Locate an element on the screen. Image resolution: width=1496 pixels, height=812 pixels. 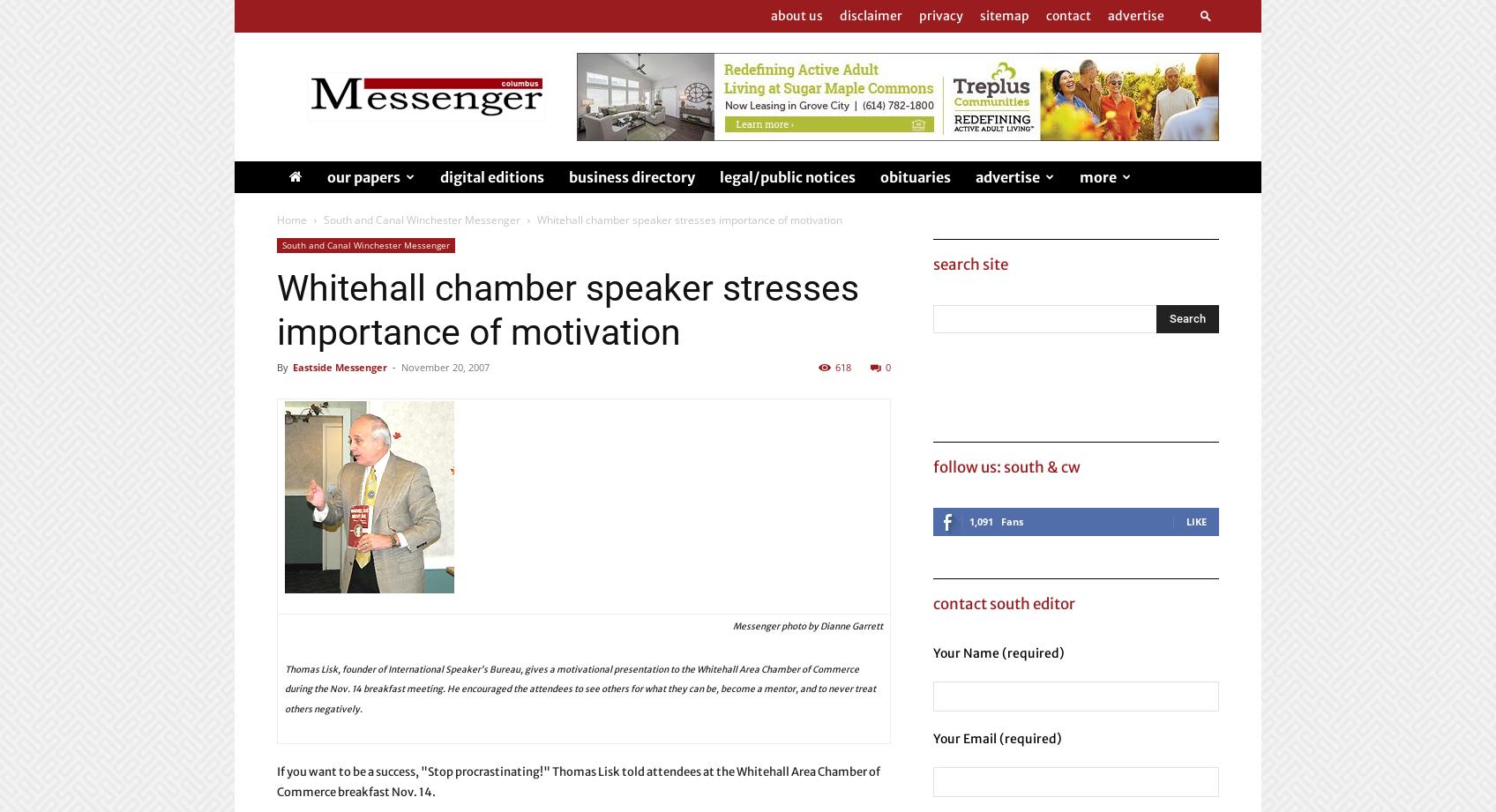
'Home' is located at coordinates (292, 219).